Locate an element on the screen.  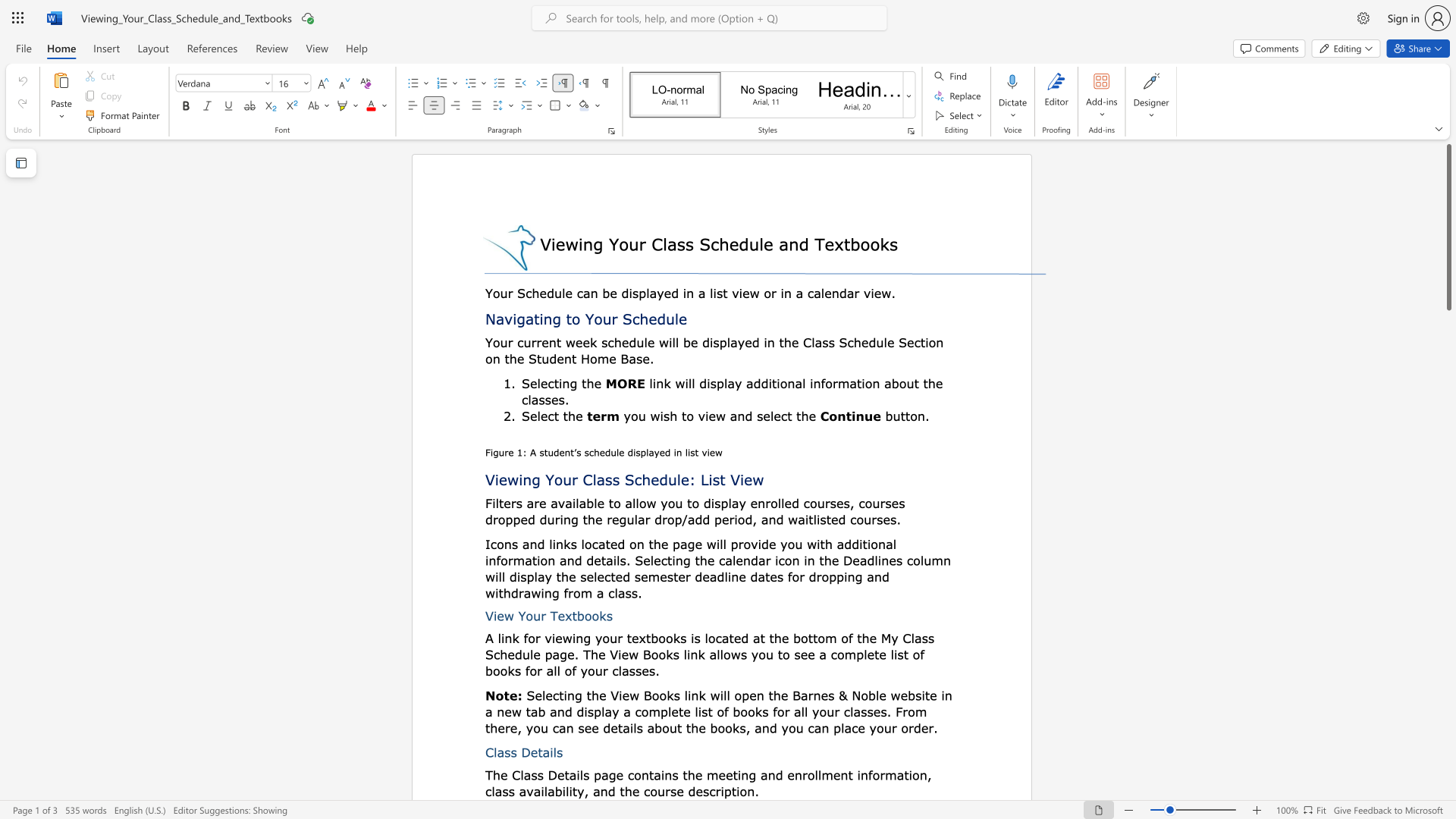
the scrollbar to scroll the page down is located at coordinates (1448, 476).